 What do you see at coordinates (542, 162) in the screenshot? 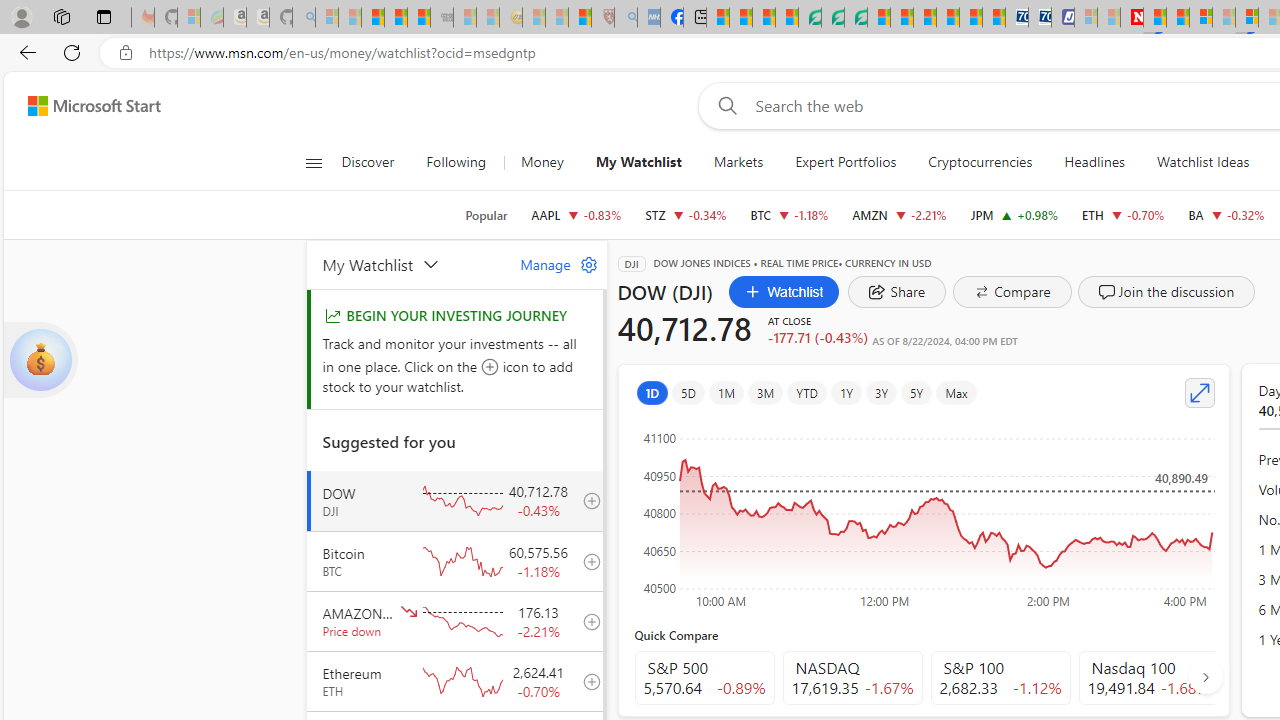
I see `'Money'` at bounding box center [542, 162].